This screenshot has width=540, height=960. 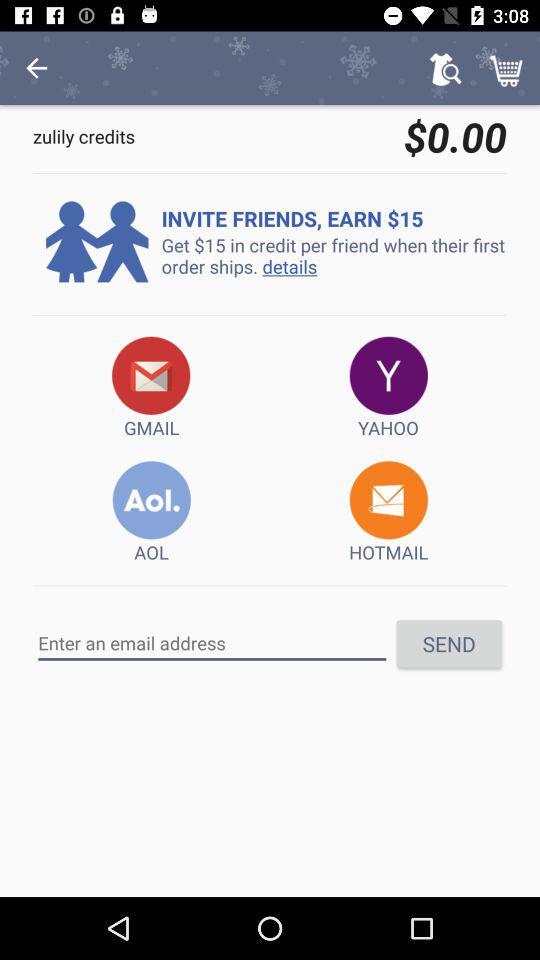 What do you see at coordinates (211, 642) in the screenshot?
I see `item to the left of send icon` at bounding box center [211, 642].